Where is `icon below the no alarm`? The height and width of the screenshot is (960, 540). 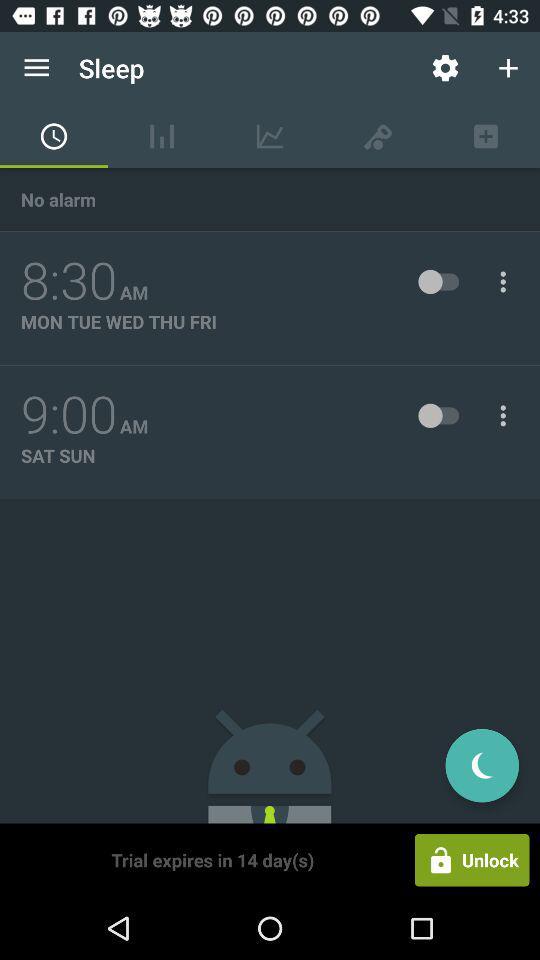 icon below the no alarm is located at coordinates (68, 280).